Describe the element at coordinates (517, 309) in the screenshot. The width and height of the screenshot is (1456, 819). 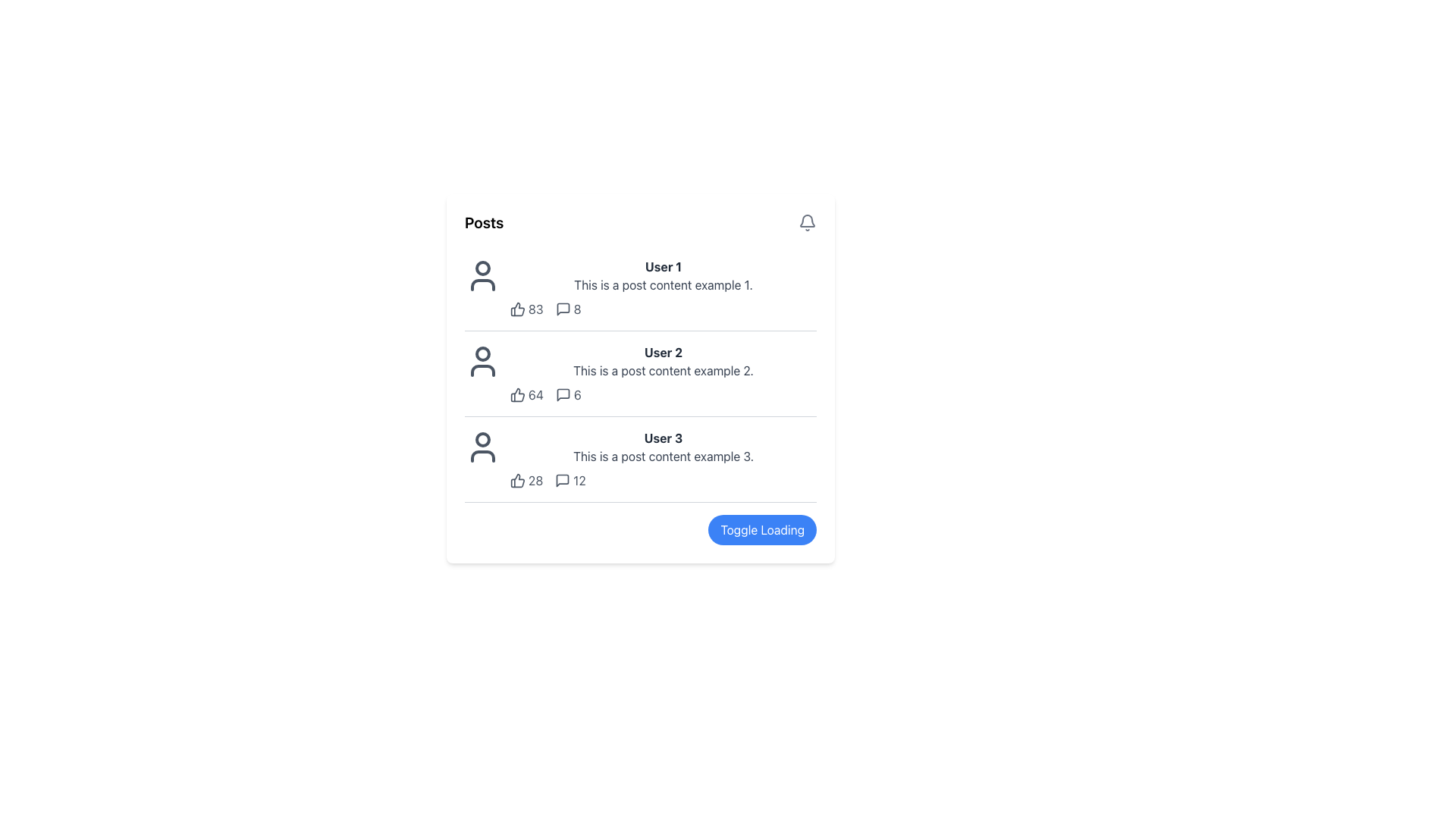
I see `the thumbs-up icon indicating 'like' functionality for User 1's post` at that location.